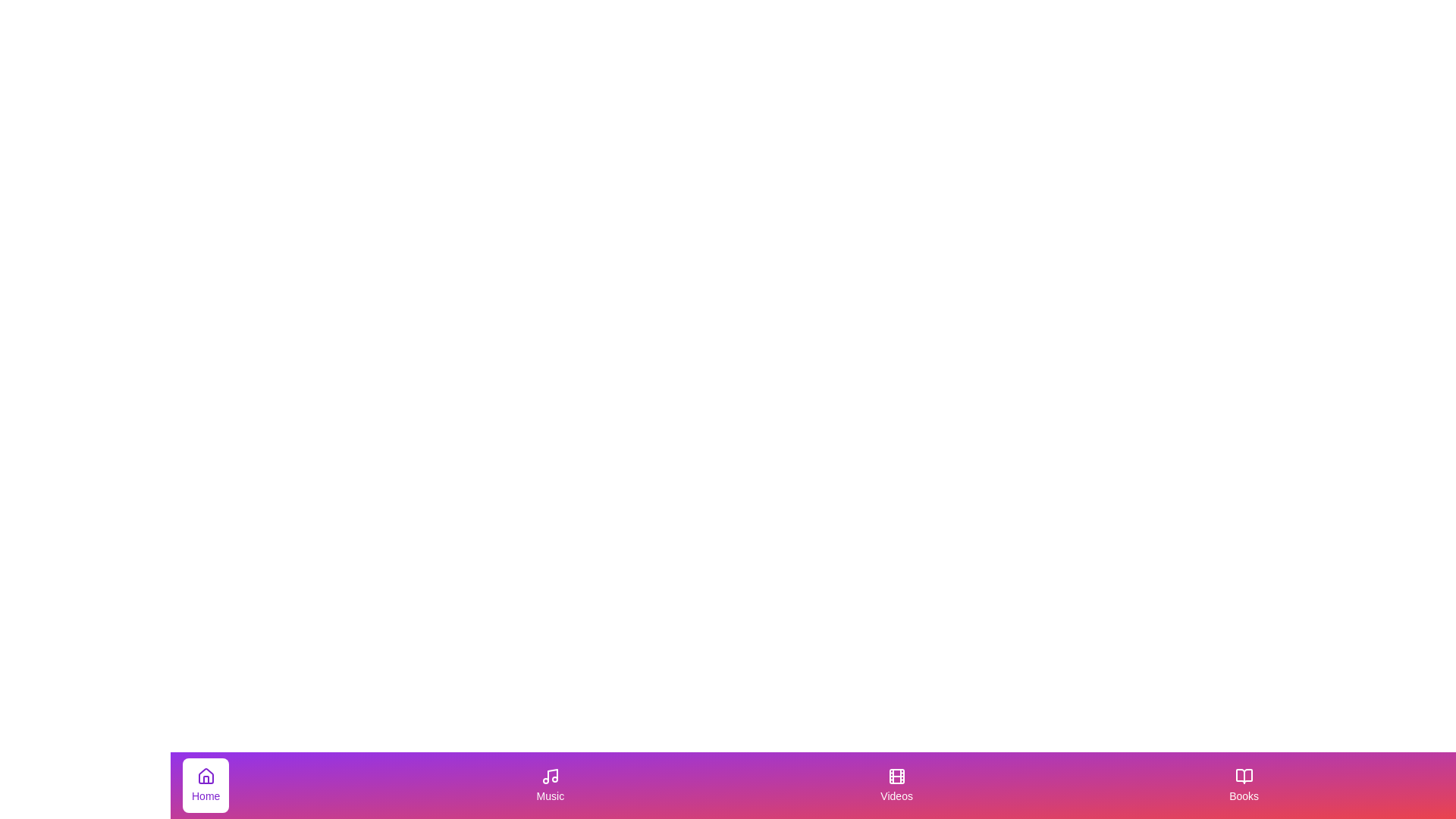  What do you see at coordinates (549, 785) in the screenshot?
I see `the tab labeled Music by clicking on it` at bounding box center [549, 785].